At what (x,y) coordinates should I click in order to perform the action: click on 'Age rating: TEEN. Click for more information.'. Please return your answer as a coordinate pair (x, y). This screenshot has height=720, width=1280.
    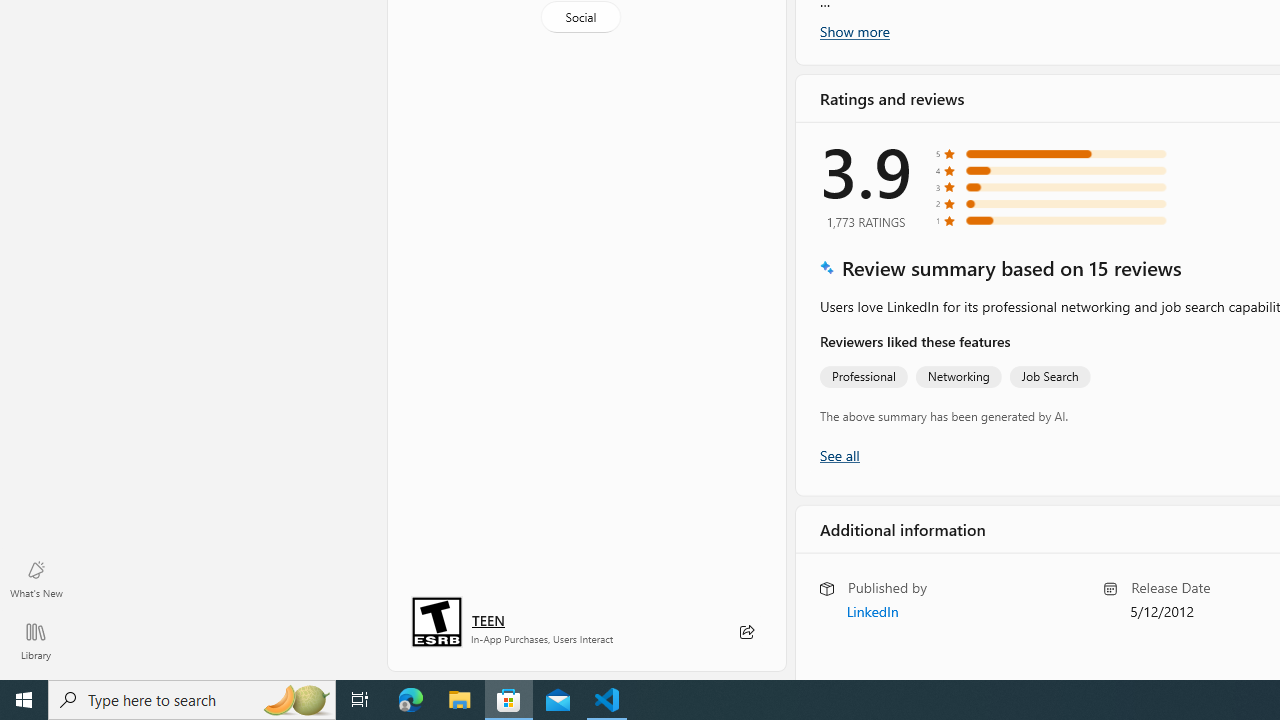
    Looking at the image, I should click on (488, 618).